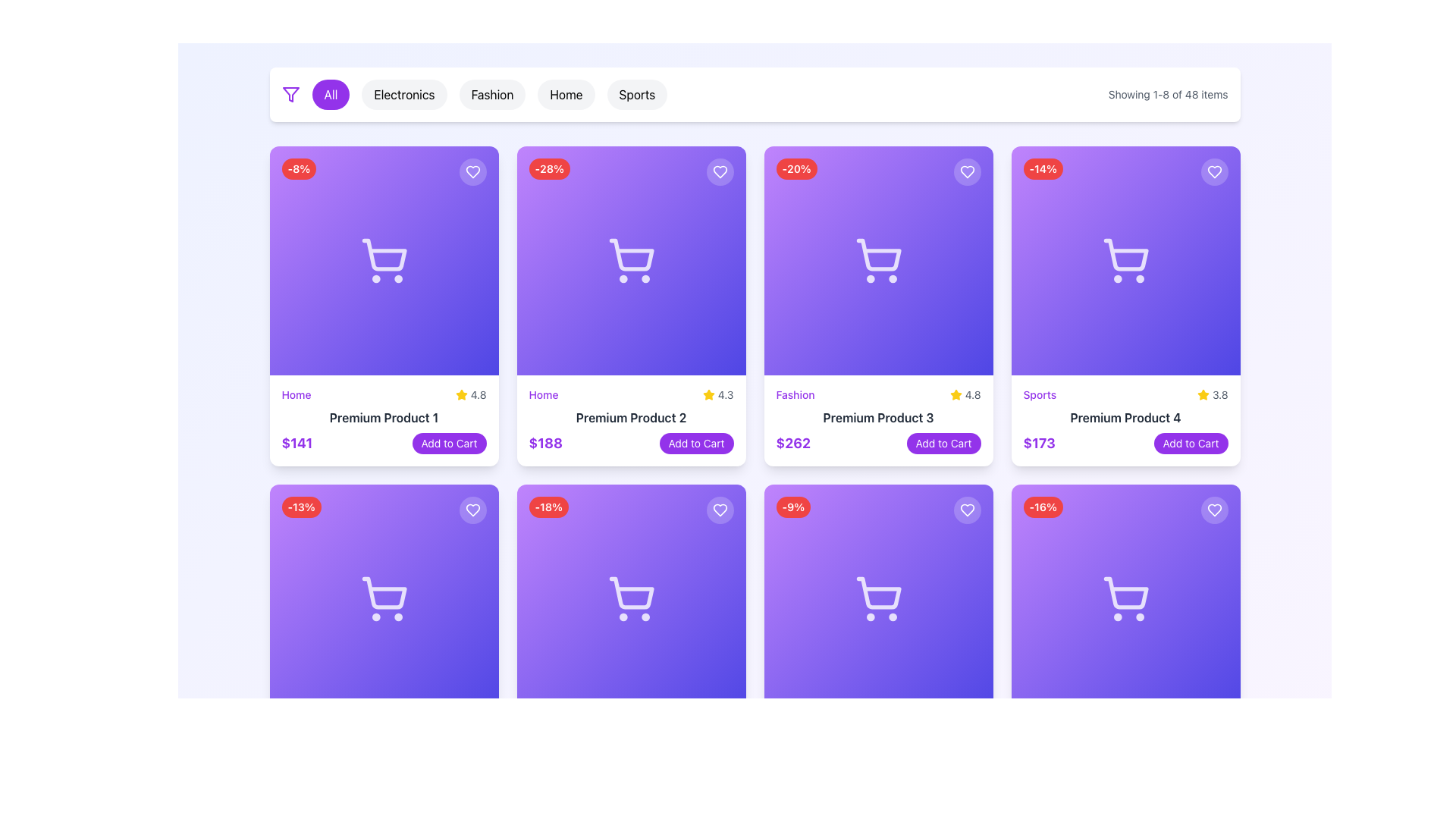 The width and height of the screenshot is (1456, 819). I want to click on the shopping cart icon located in the bottom-right purple card of the grid interface, which has a '-16%' badge on the top-left corner and a heart icon on the top-right corner, so click(1125, 598).